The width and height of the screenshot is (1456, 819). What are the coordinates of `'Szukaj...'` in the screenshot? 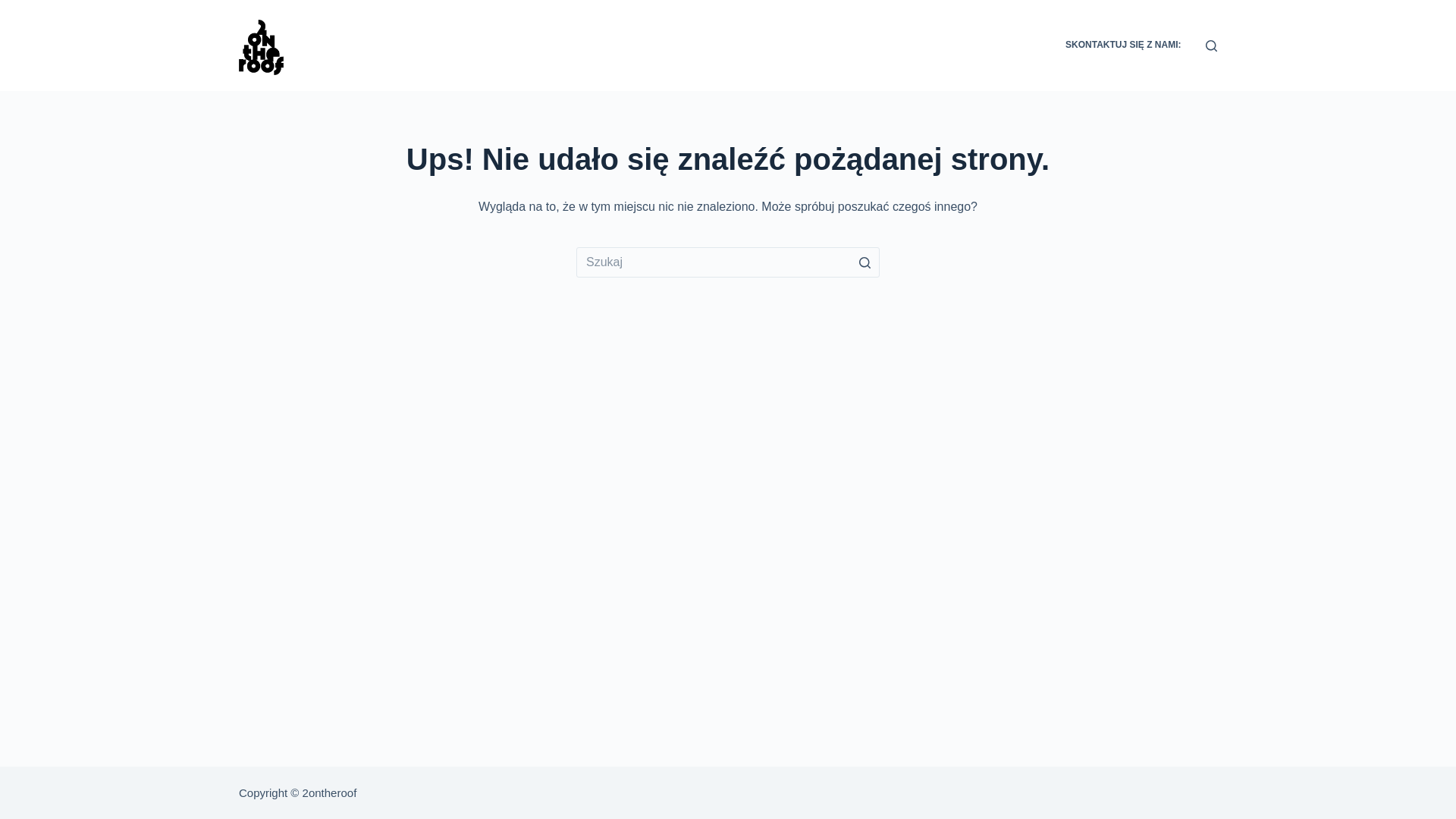 It's located at (728, 262).